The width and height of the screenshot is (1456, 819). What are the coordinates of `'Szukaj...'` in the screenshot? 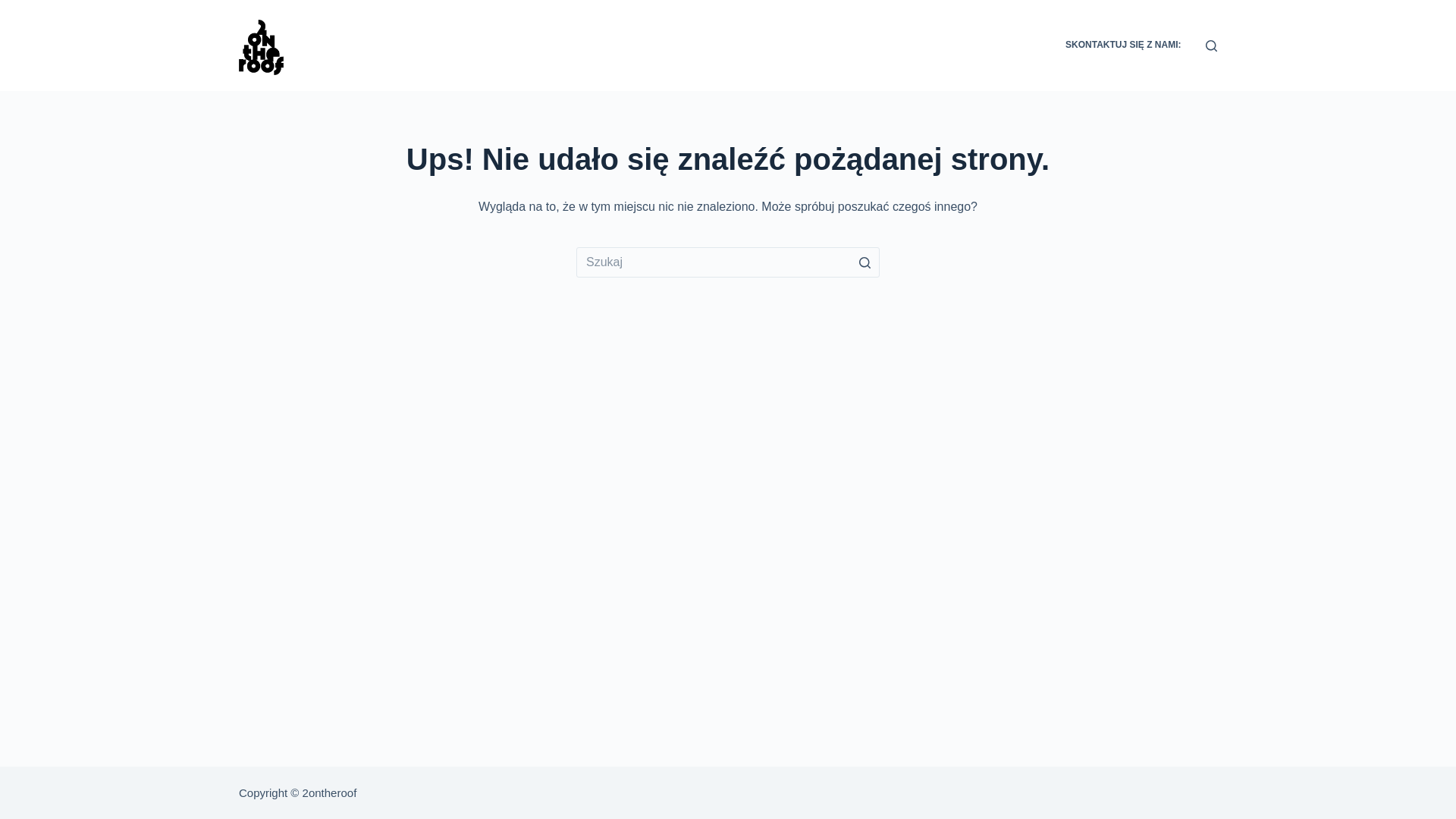 It's located at (728, 262).